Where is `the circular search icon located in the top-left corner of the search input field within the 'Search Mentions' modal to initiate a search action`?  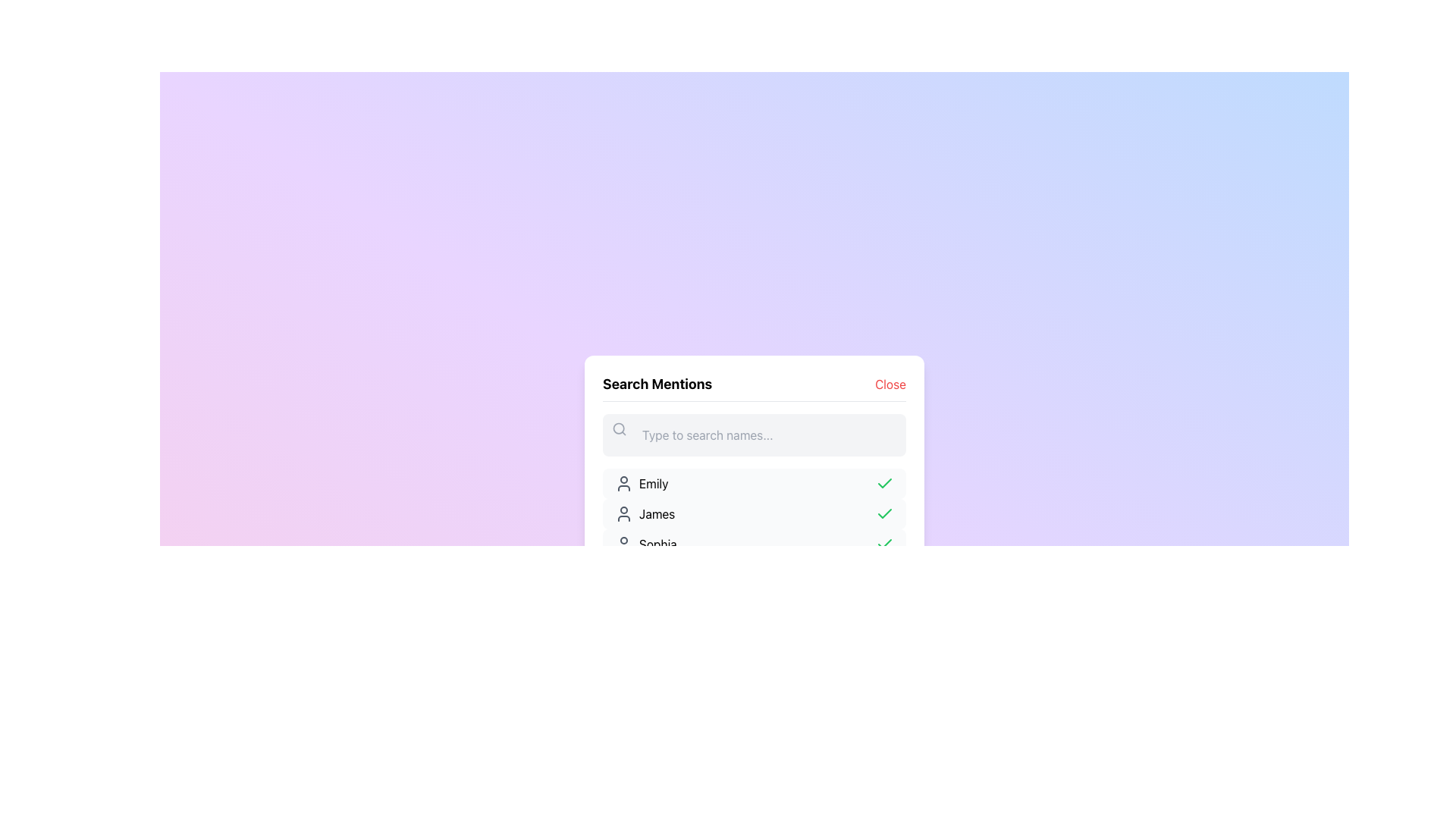
the circular search icon located in the top-left corner of the search input field within the 'Search Mentions' modal to initiate a search action is located at coordinates (619, 428).